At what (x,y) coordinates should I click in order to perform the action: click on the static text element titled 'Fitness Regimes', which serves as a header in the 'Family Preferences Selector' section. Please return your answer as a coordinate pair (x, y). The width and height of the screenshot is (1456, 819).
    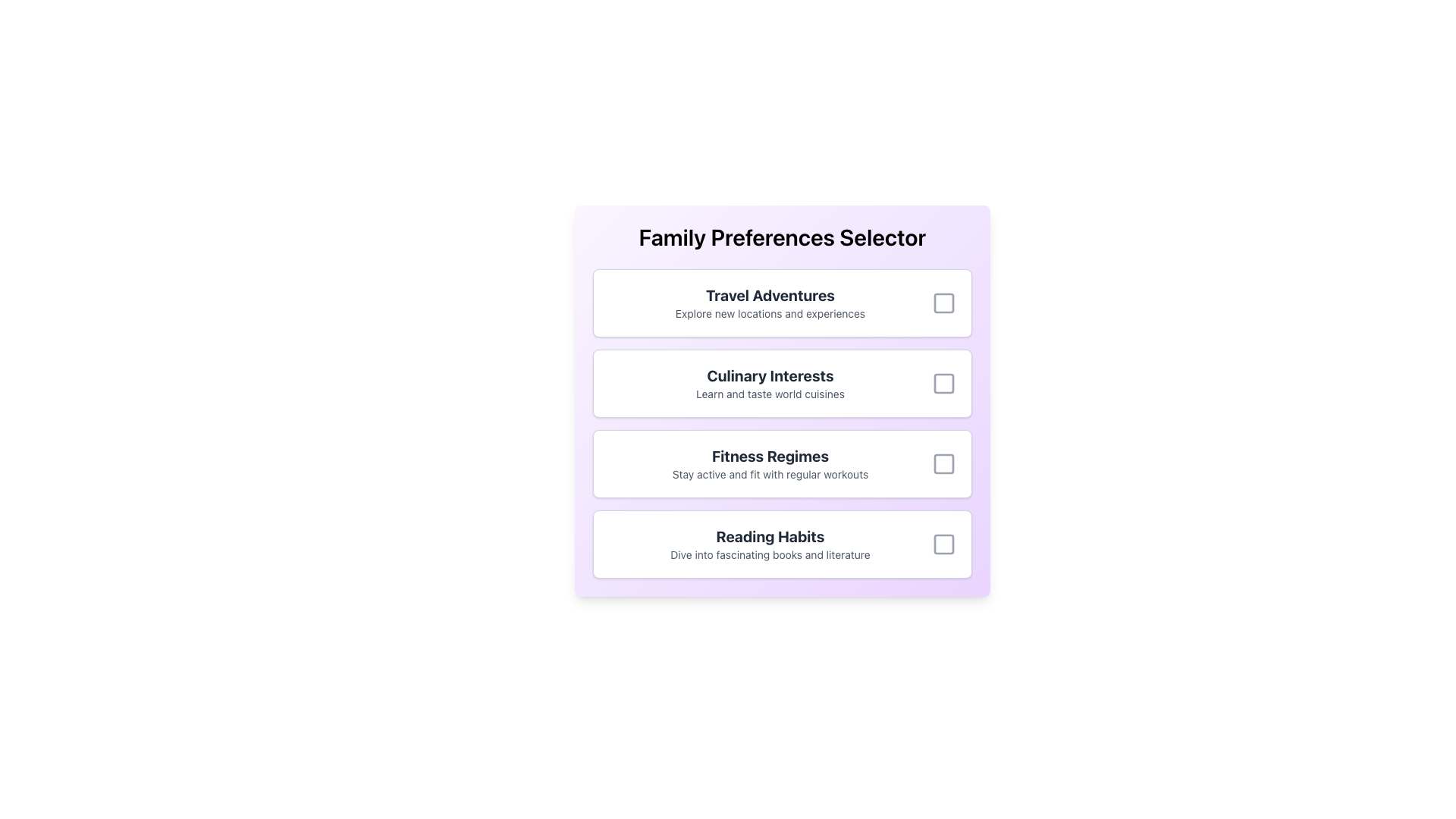
    Looking at the image, I should click on (770, 455).